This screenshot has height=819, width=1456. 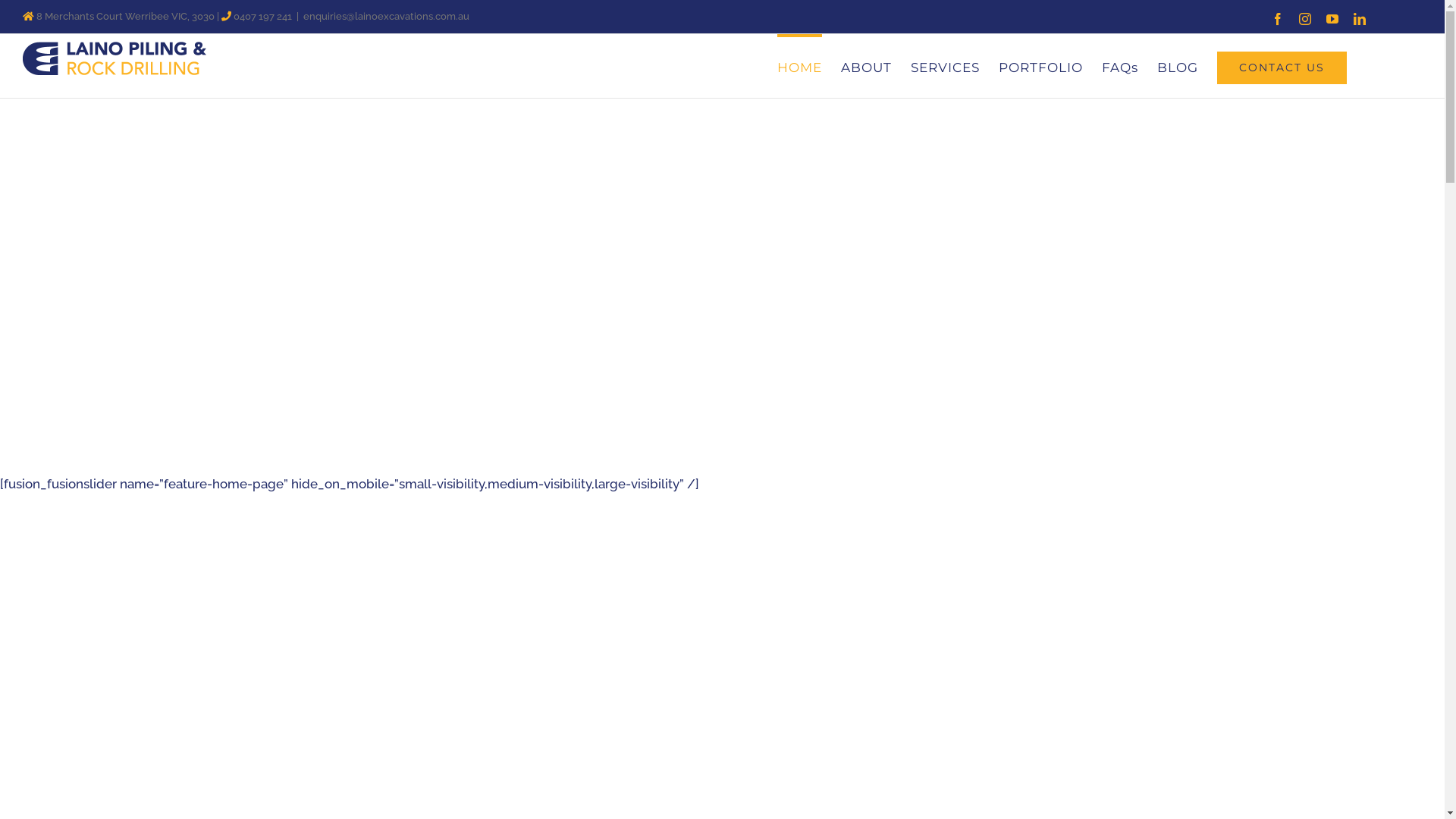 What do you see at coordinates (910, 65) in the screenshot?
I see `'SERVICES'` at bounding box center [910, 65].